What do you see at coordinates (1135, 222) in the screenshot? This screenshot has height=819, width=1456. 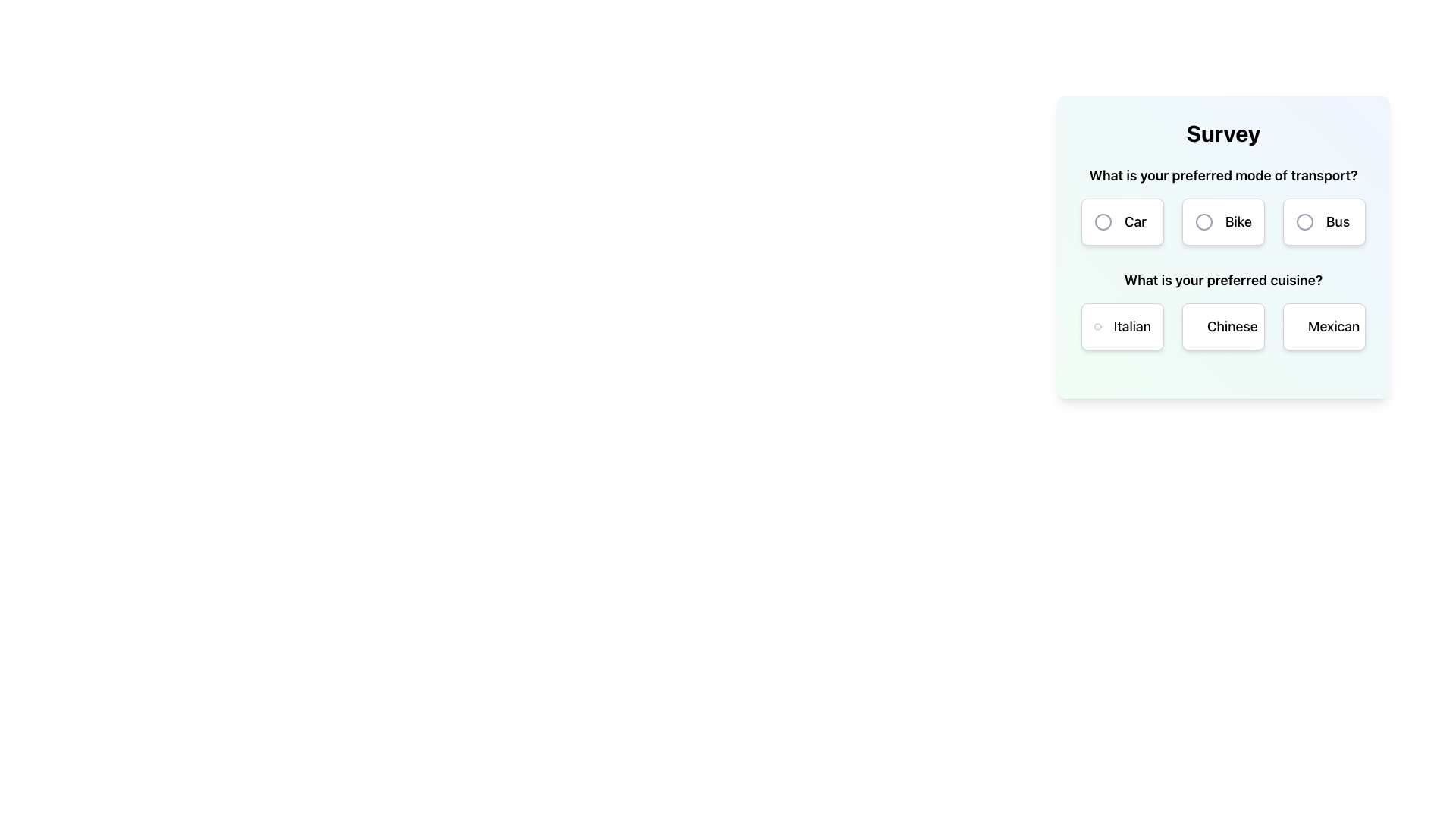 I see `the text label 'Car' which indicates a selection option for the corresponding radio button in the first row of the transport selection input group` at bounding box center [1135, 222].